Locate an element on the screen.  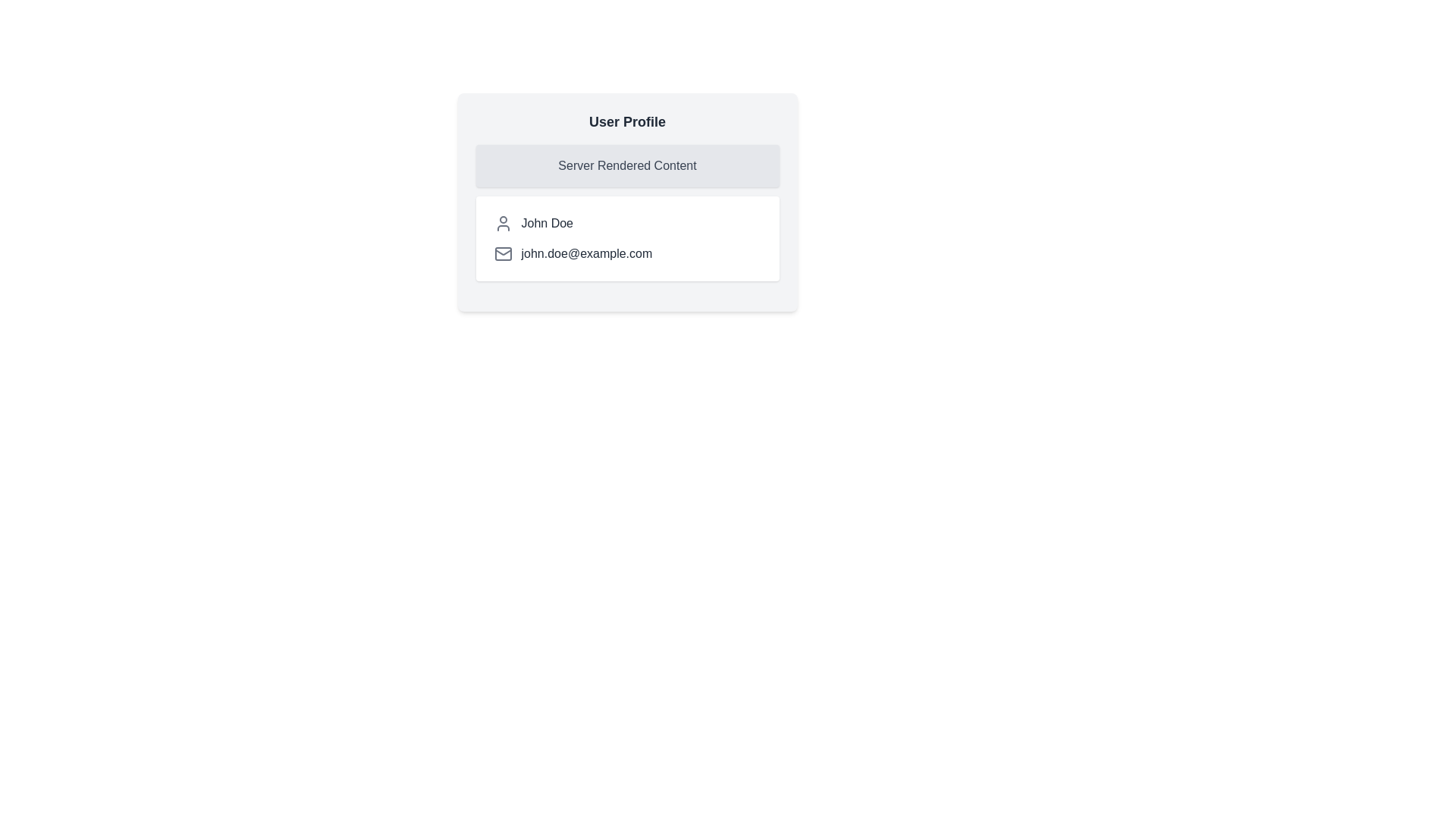
the label displaying the user's email address, which is located beneath the name 'John Doe' in the 'User Profile' section of the card layout is located at coordinates (627, 253).